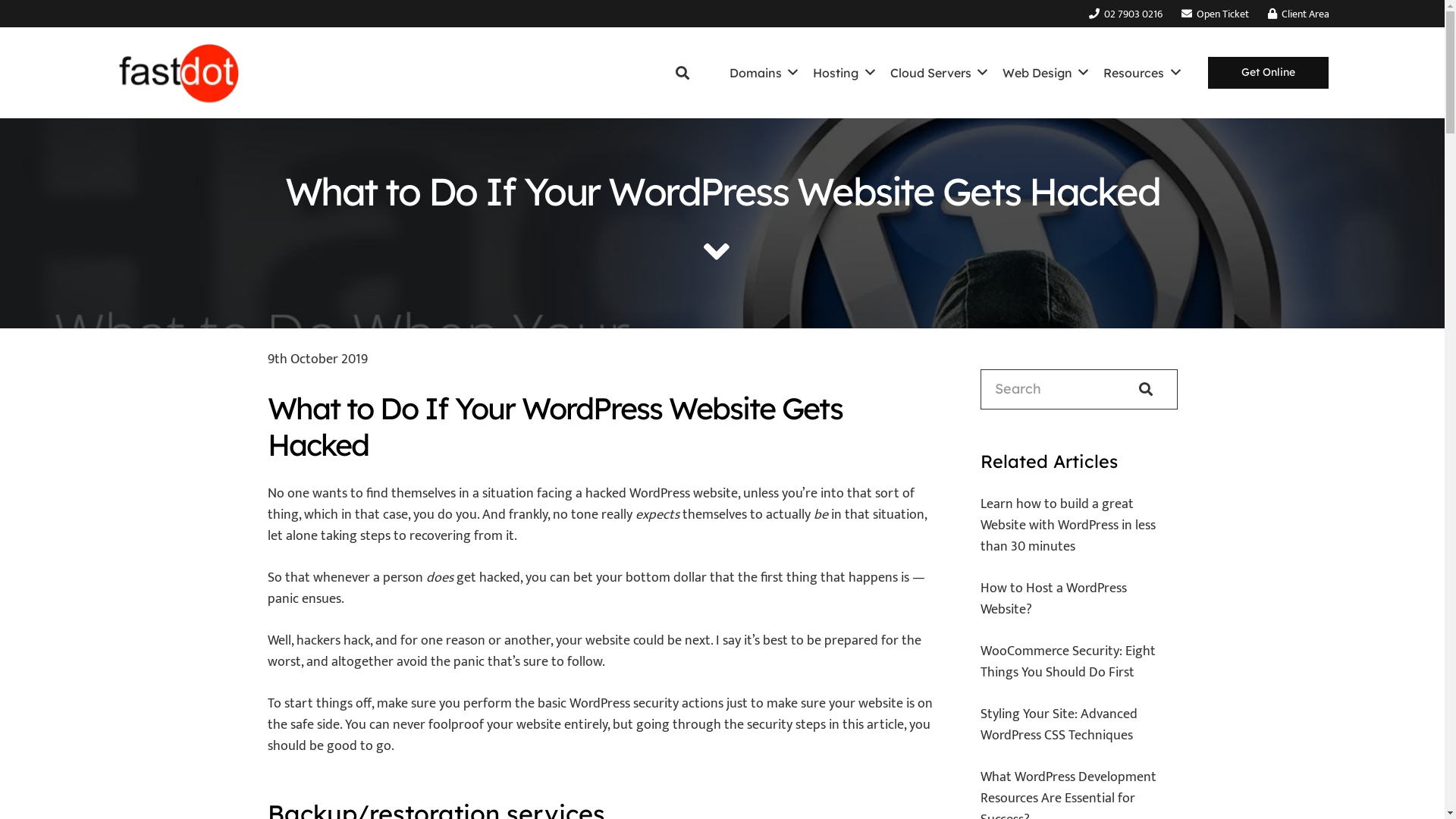 The width and height of the screenshot is (1456, 819). Describe the element at coordinates (1267, 13) in the screenshot. I see `'Client Area'` at that location.